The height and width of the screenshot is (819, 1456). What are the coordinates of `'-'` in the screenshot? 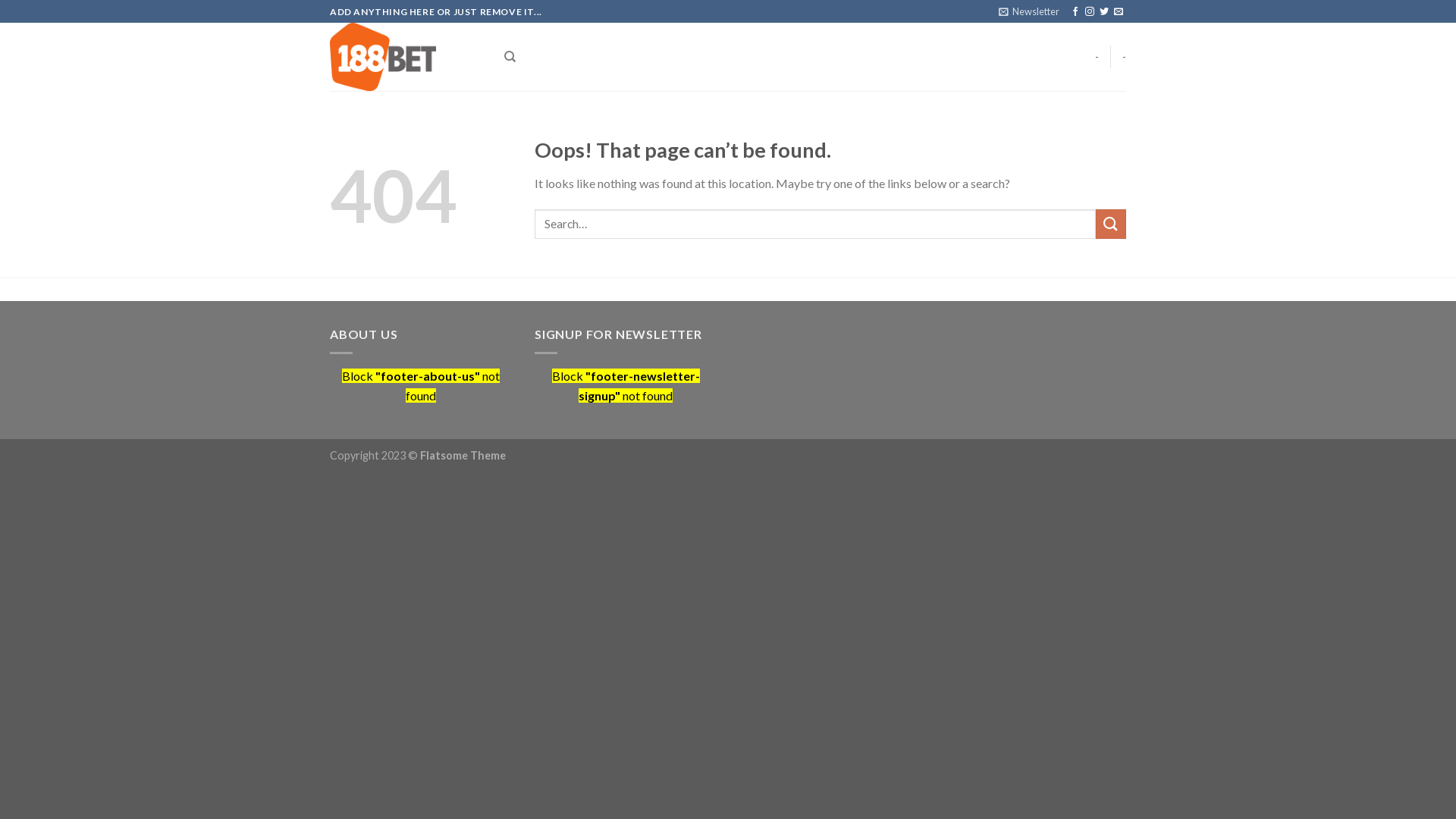 It's located at (1122, 55).